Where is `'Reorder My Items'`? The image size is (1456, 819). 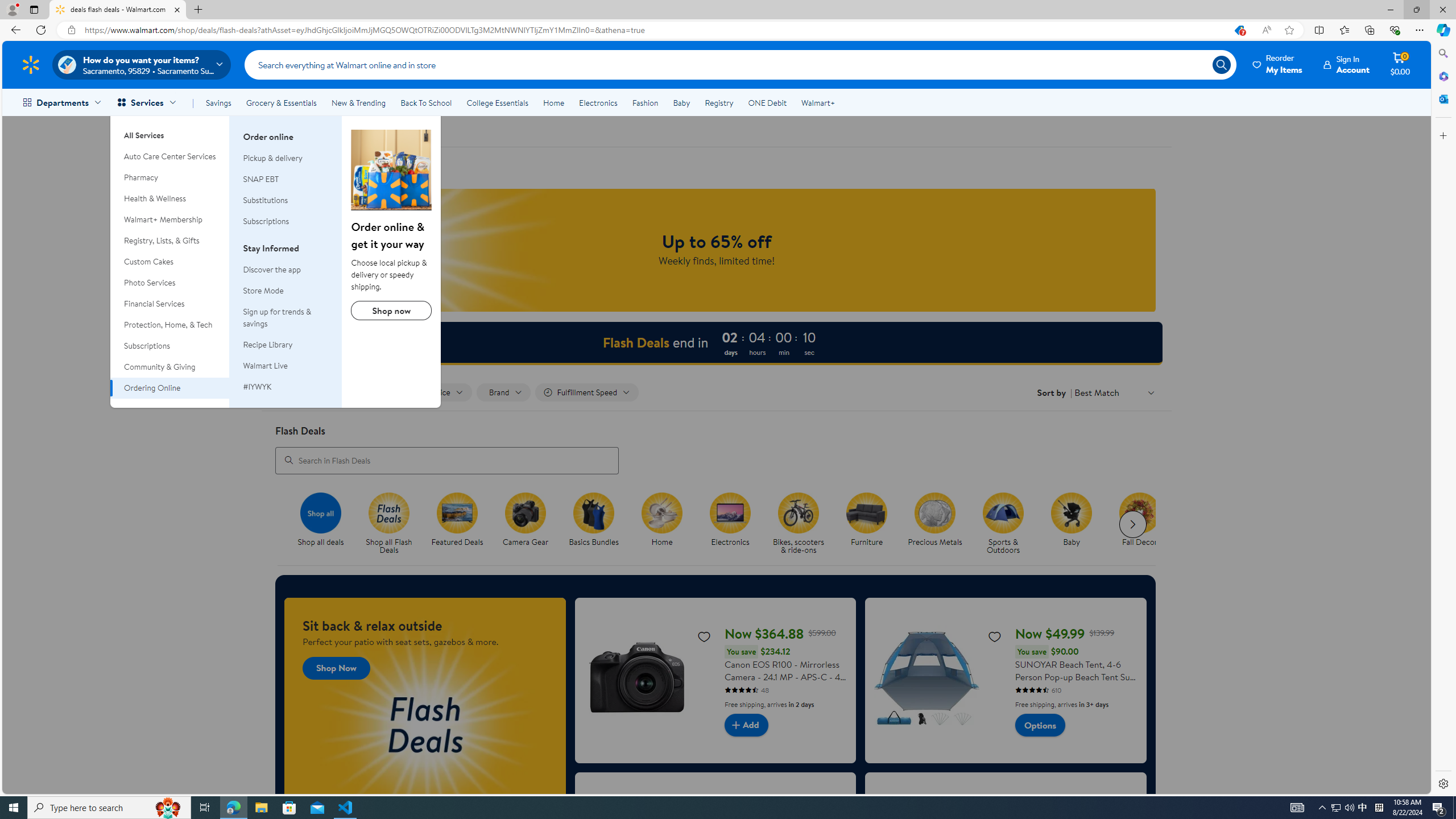
'Reorder My Items' is located at coordinates (1277, 64).